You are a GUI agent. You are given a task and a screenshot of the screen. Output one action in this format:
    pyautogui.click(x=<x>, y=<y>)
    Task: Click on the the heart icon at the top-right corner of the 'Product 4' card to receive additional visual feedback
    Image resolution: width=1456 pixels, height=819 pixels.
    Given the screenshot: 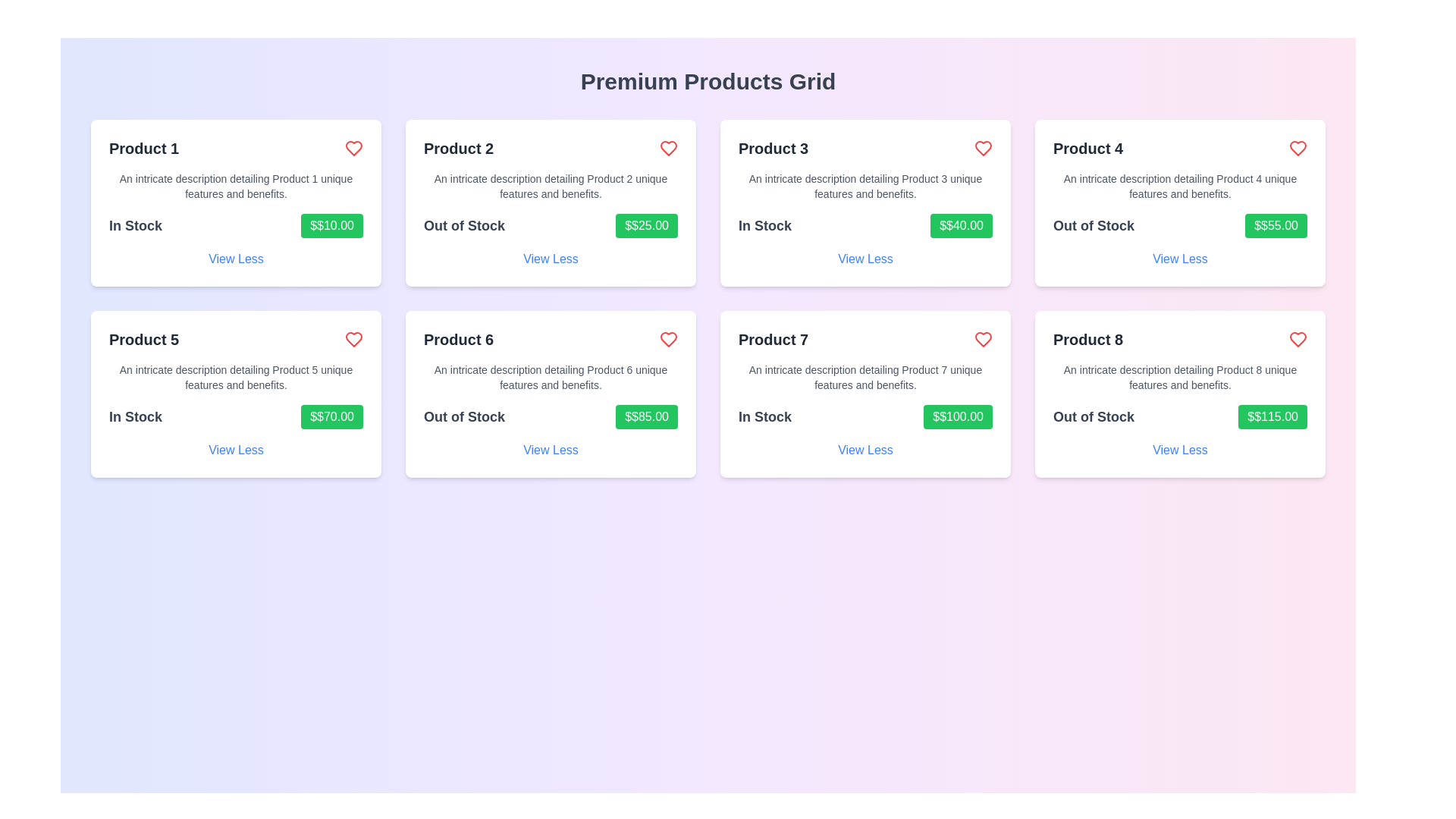 What is the action you would take?
    pyautogui.click(x=1298, y=149)
    